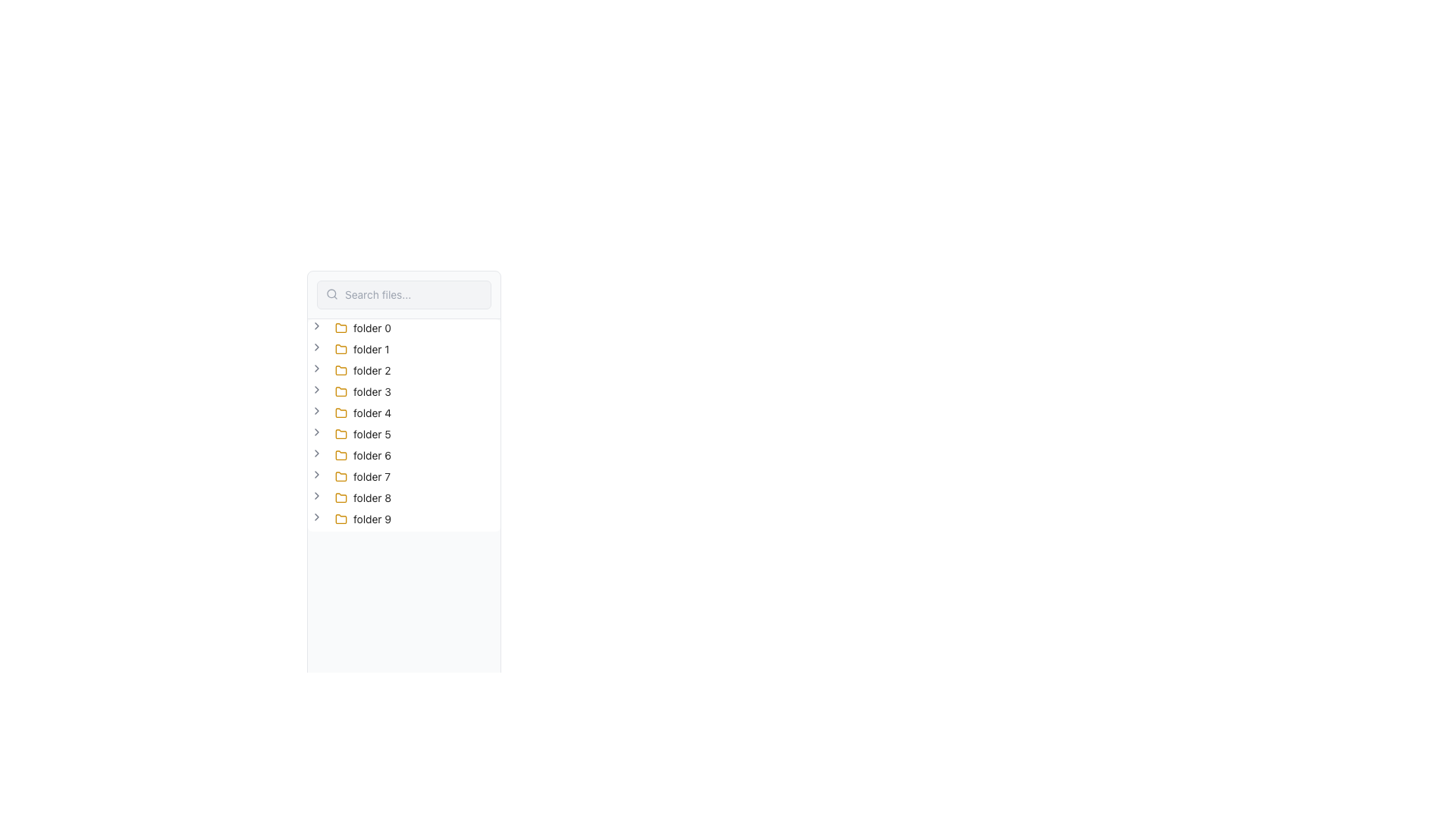  Describe the element at coordinates (315, 325) in the screenshot. I see `the toggle button next to the first folder item titled 'folder 0' in the file tree navigation list` at that location.